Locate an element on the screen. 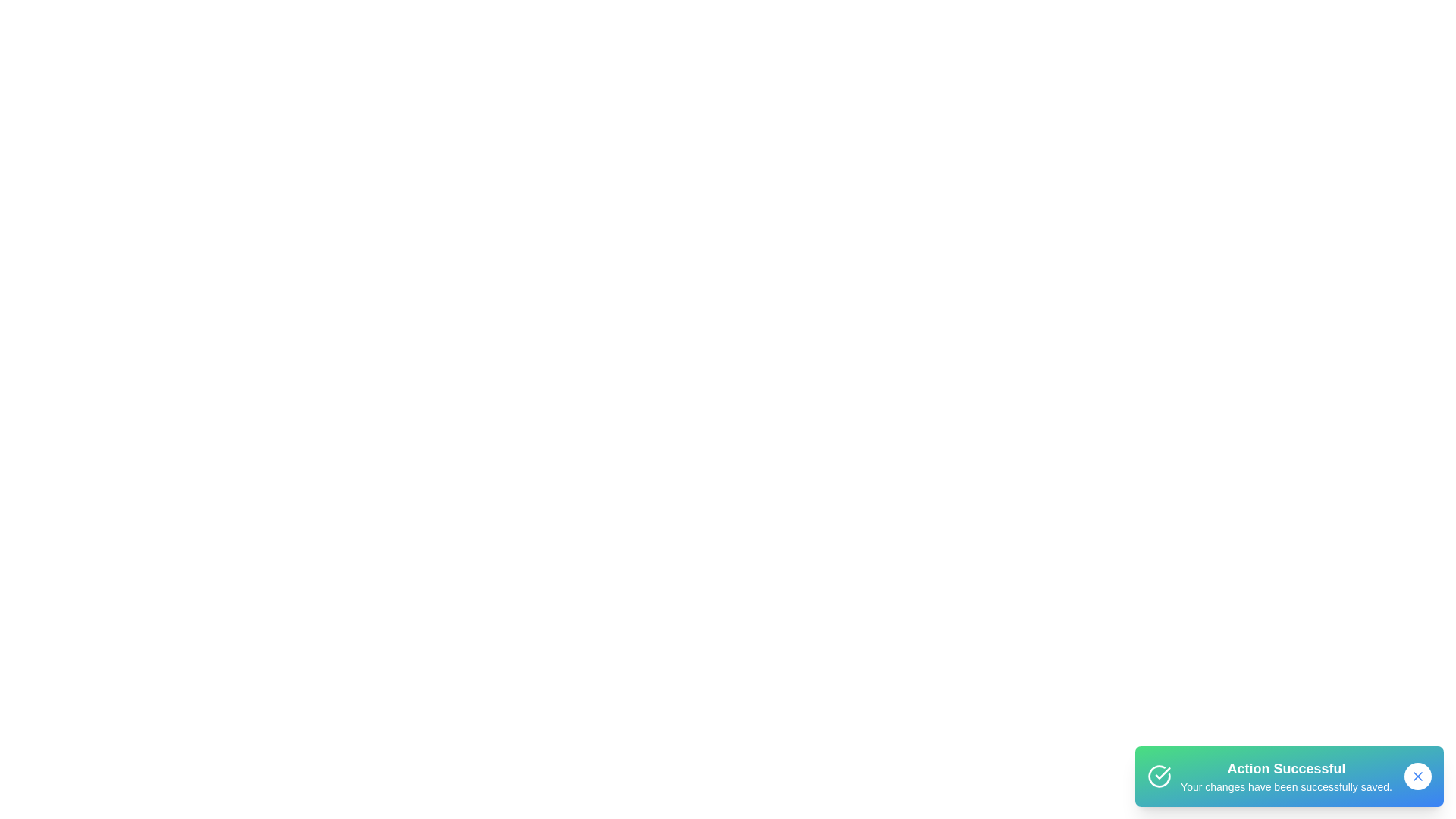  the notification icon to inspect it is located at coordinates (1159, 776).